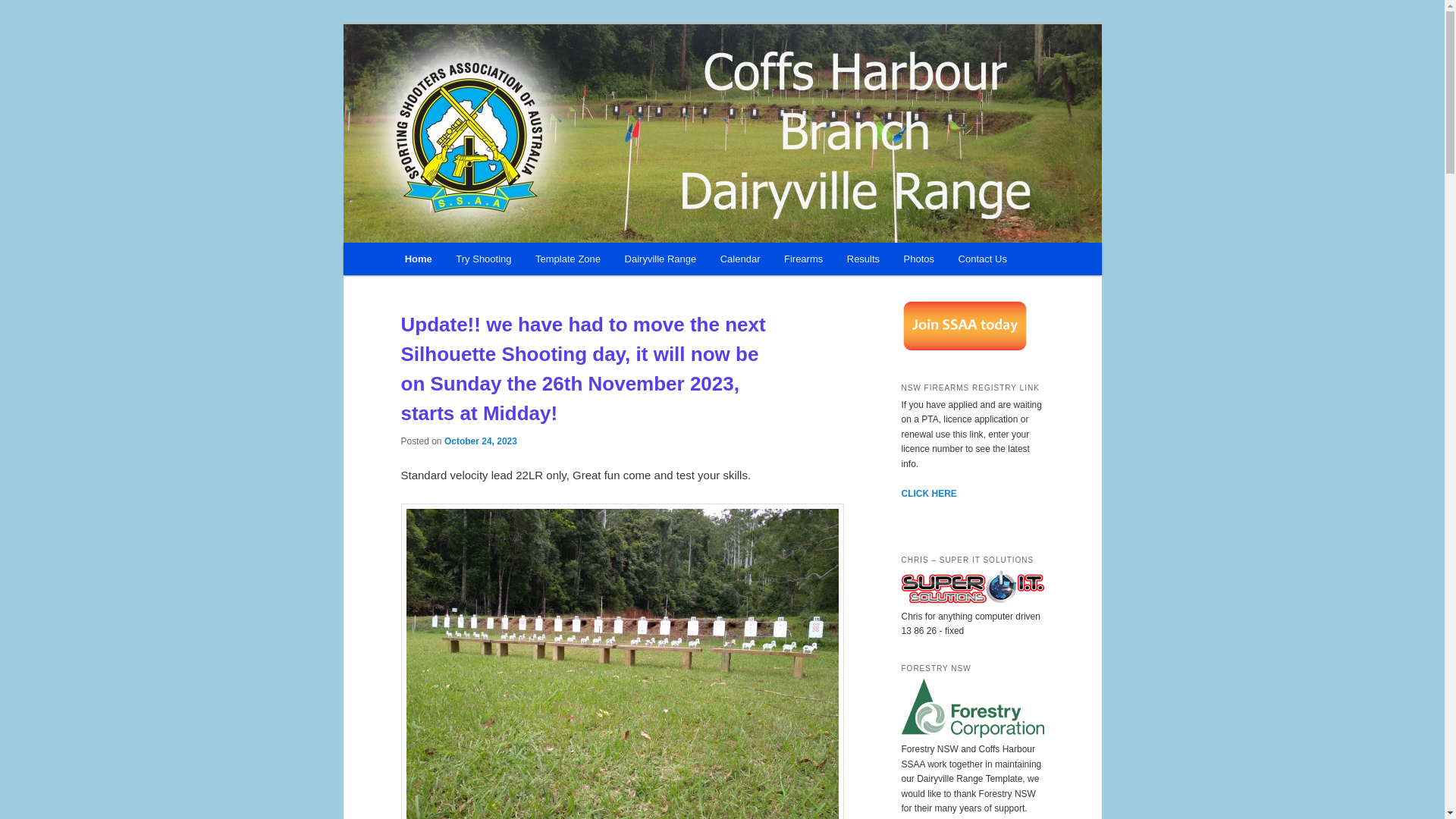 The width and height of the screenshot is (1456, 819). Describe the element at coordinates (660, 258) in the screenshot. I see `'Dairyville Range'` at that location.